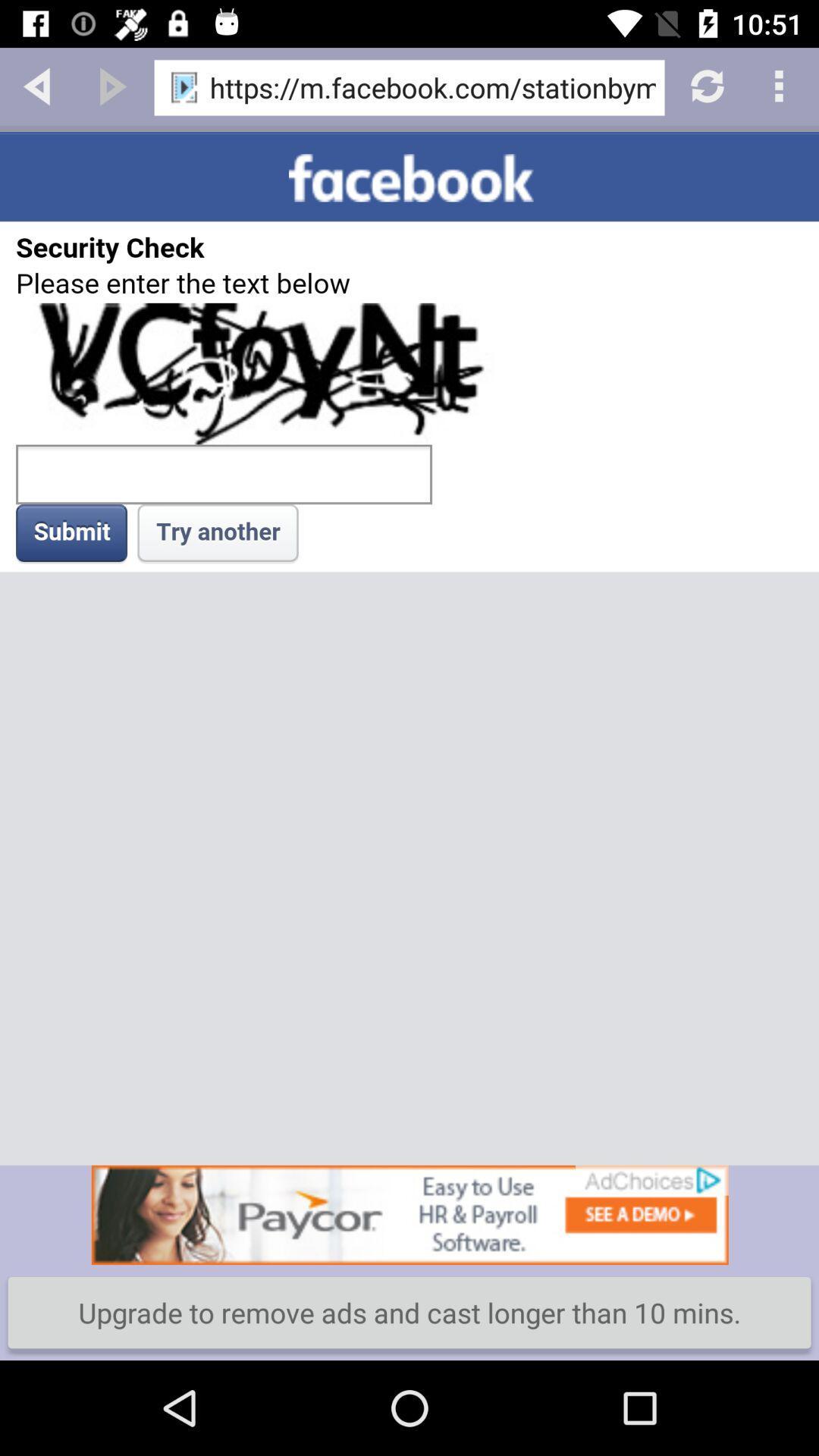  I want to click on back button, so click(36, 84).